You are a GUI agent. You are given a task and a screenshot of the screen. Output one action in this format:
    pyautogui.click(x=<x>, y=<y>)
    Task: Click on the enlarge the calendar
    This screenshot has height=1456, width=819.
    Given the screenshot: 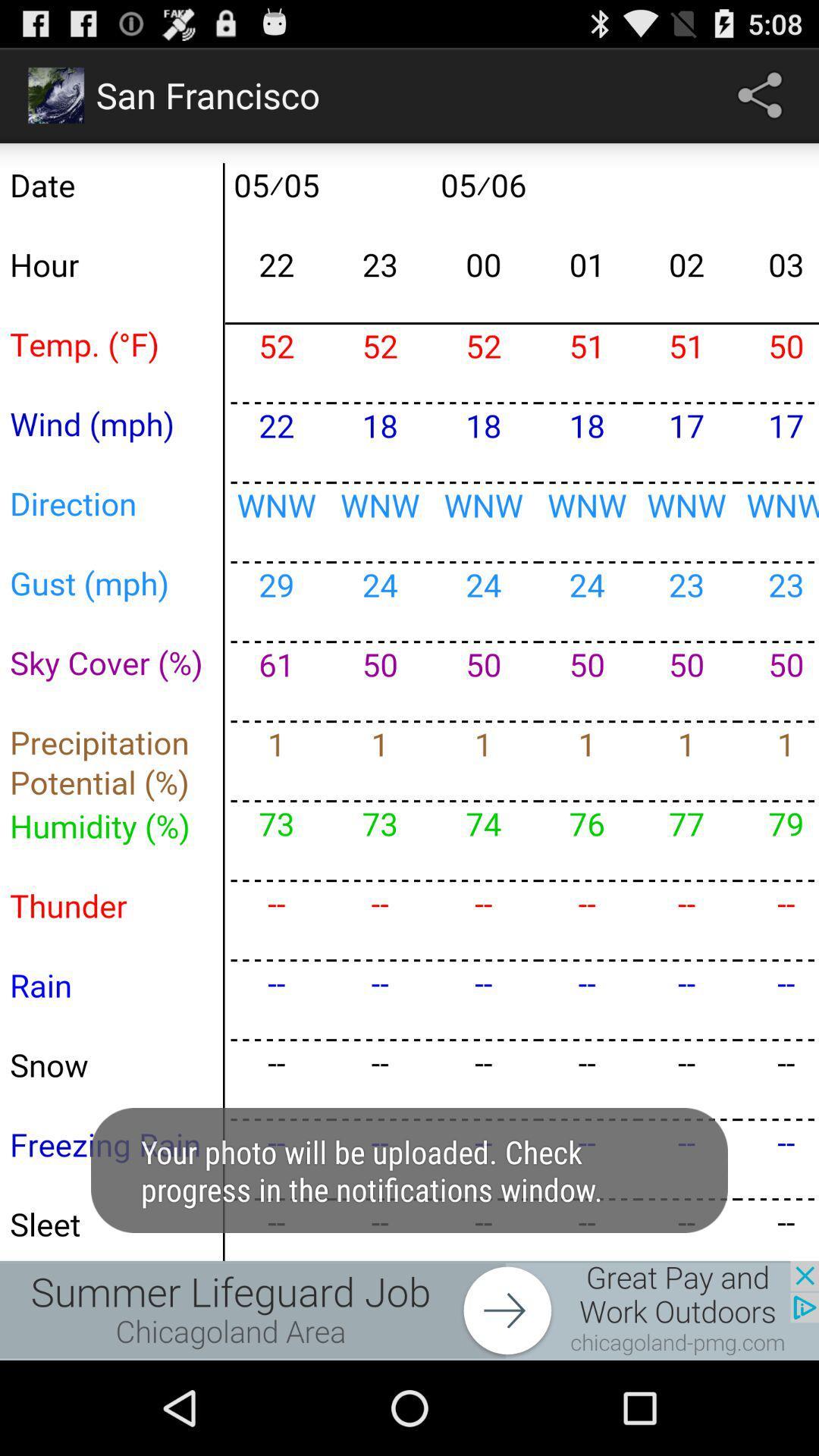 What is the action you would take?
    pyautogui.click(x=409, y=701)
    